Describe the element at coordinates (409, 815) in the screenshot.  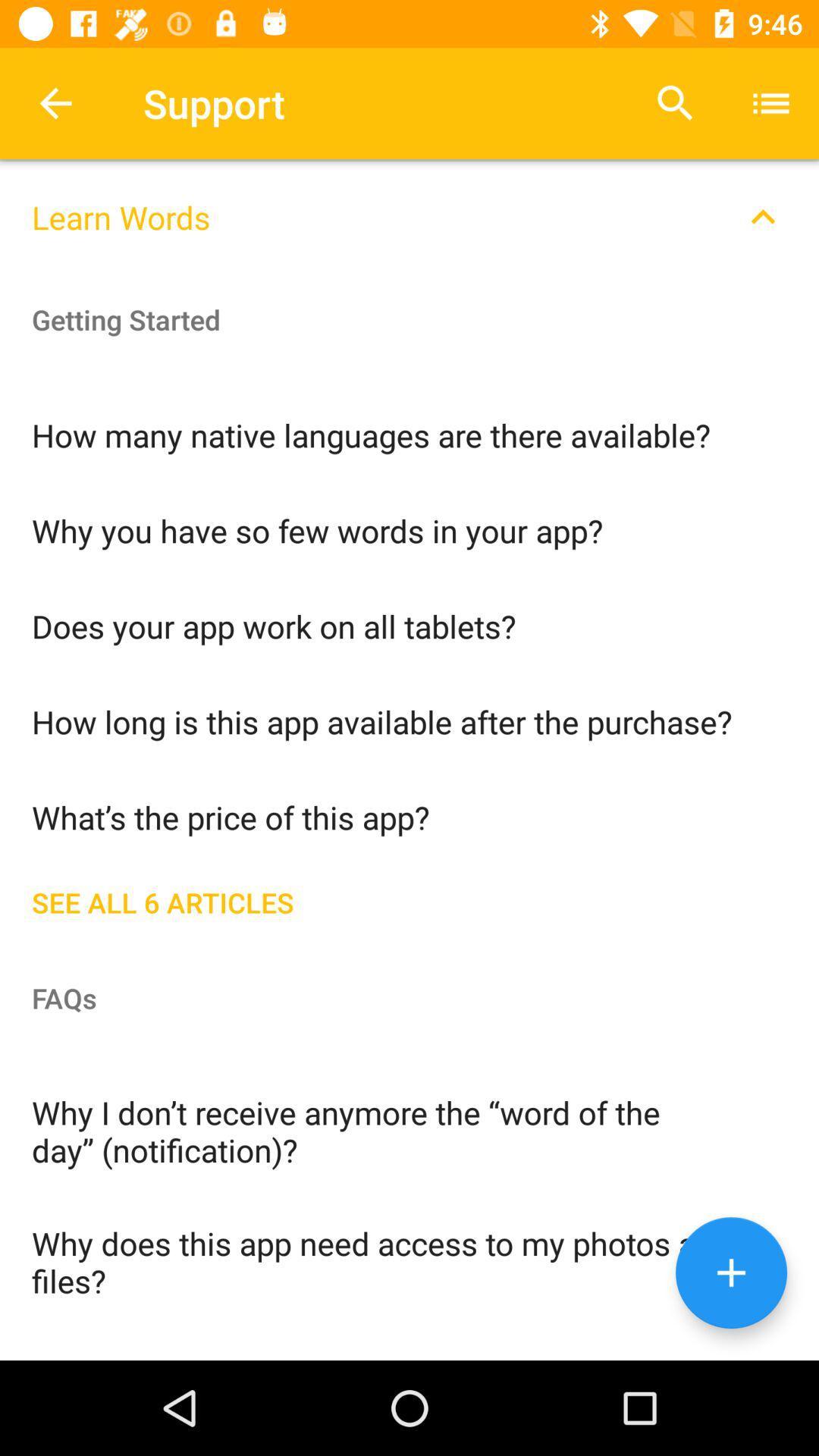
I see `the what s the` at that location.